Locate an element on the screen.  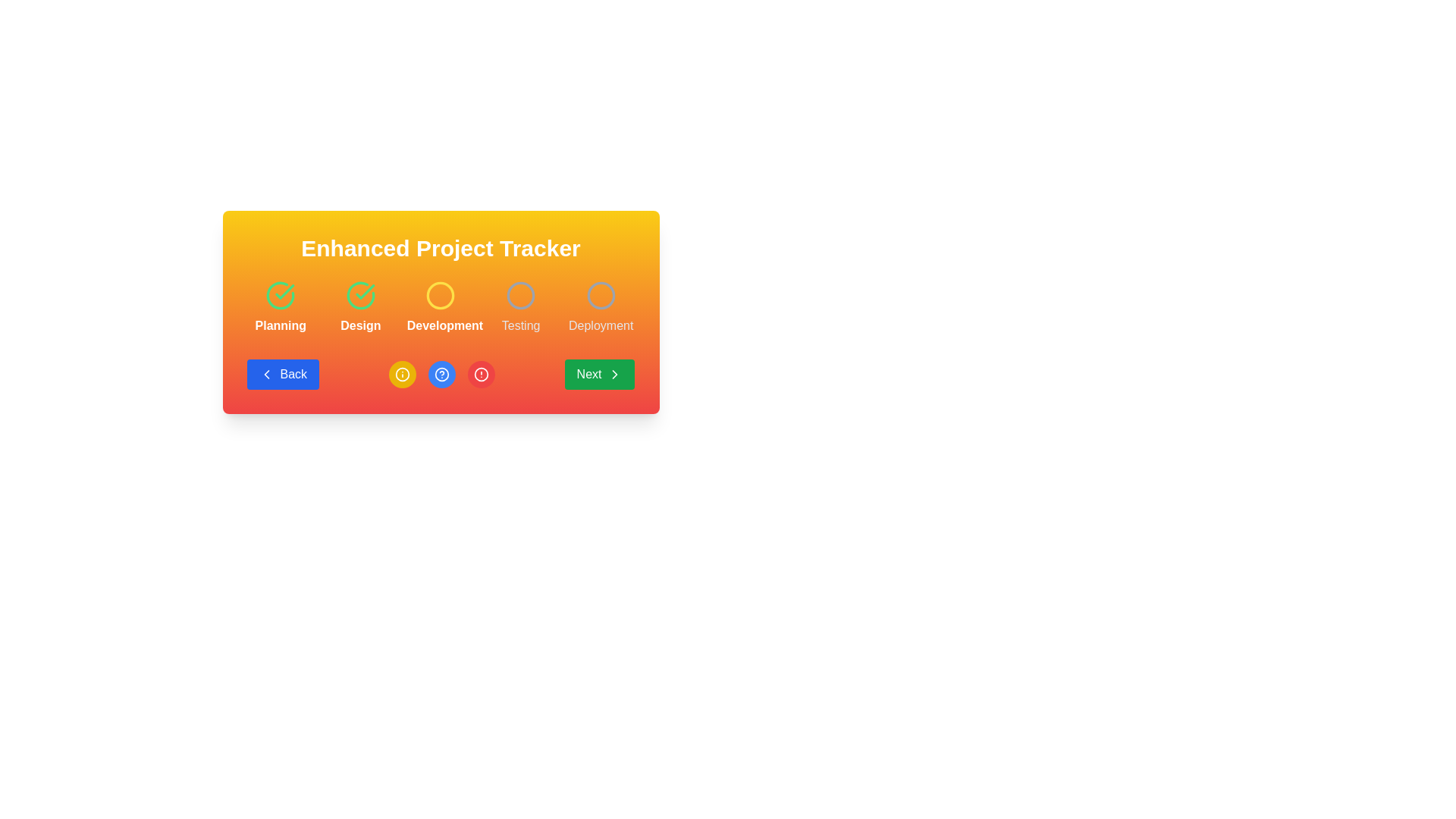
the 'Back' button icon is located at coordinates (266, 374).